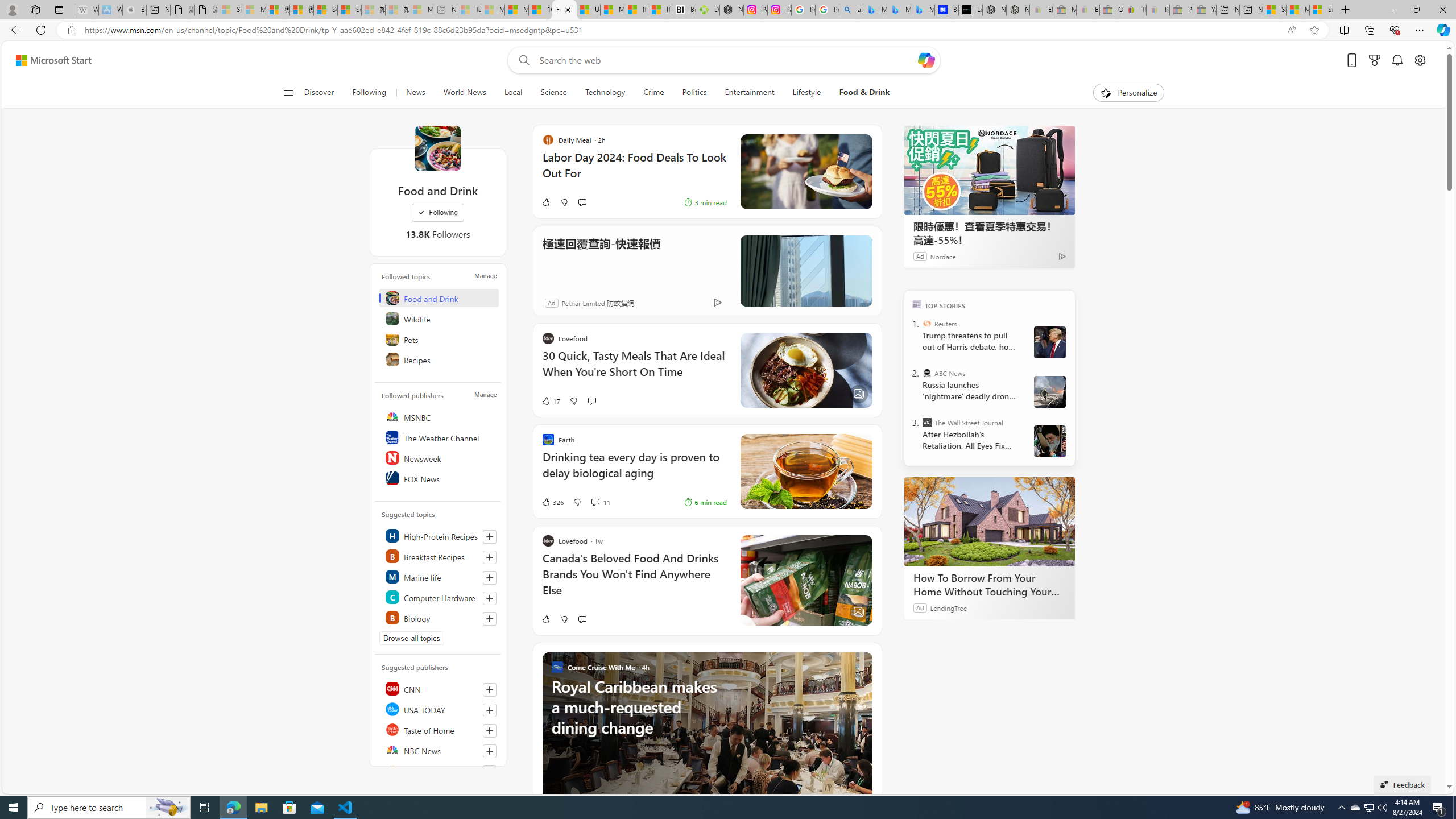  Describe the element at coordinates (1420, 60) in the screenshot. I see `'Open settings'` at that location.